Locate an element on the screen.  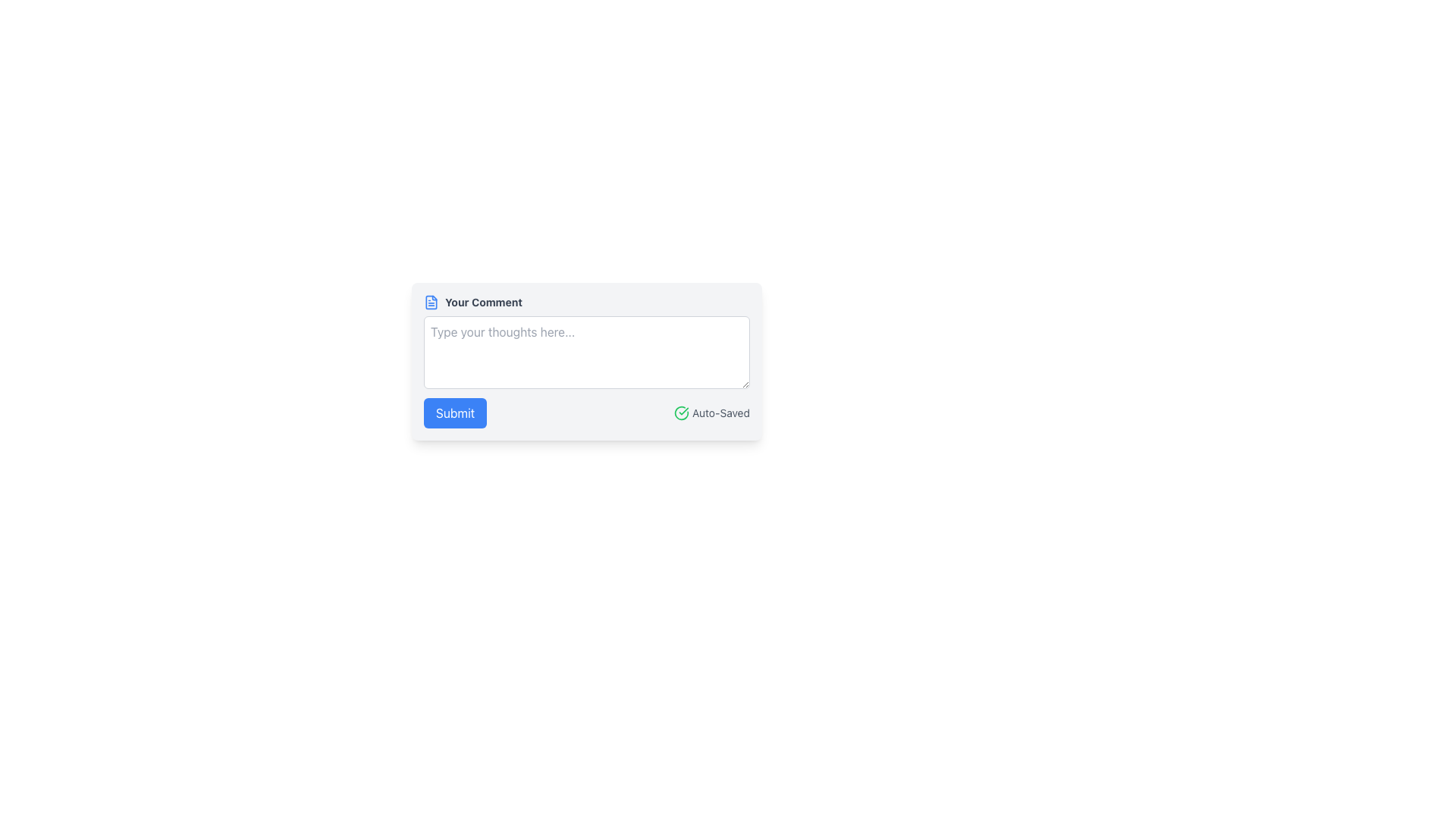
the status of the circular icon with a green checkmark located to the left of the 'Auto-Saved' text in the bottom-right corner of the interface is located at coordinates (681, 413).